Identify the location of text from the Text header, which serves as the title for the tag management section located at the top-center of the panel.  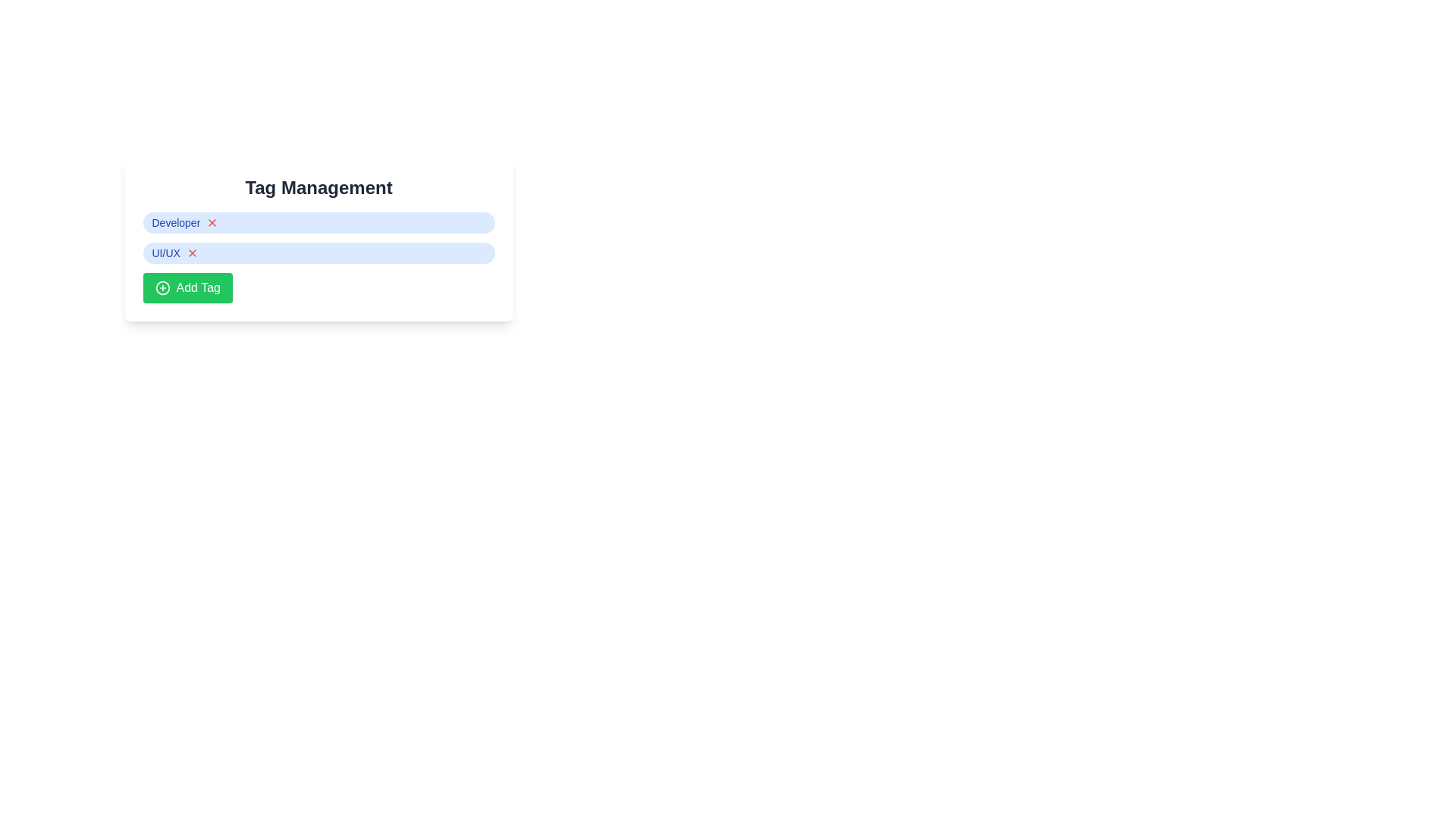
(318, 187).